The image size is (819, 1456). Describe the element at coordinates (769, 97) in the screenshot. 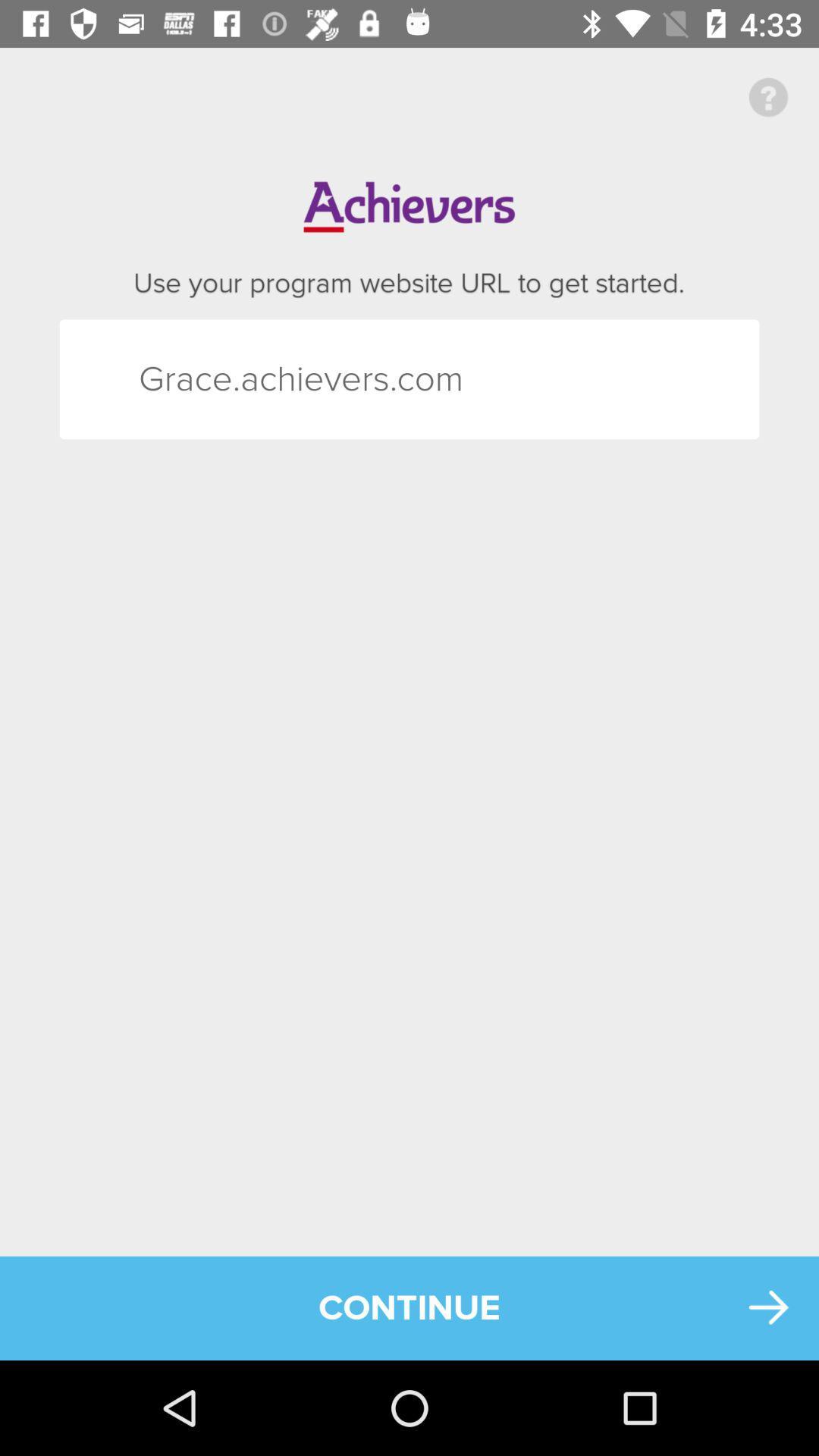

I see `the icon above the continue item` at that location.